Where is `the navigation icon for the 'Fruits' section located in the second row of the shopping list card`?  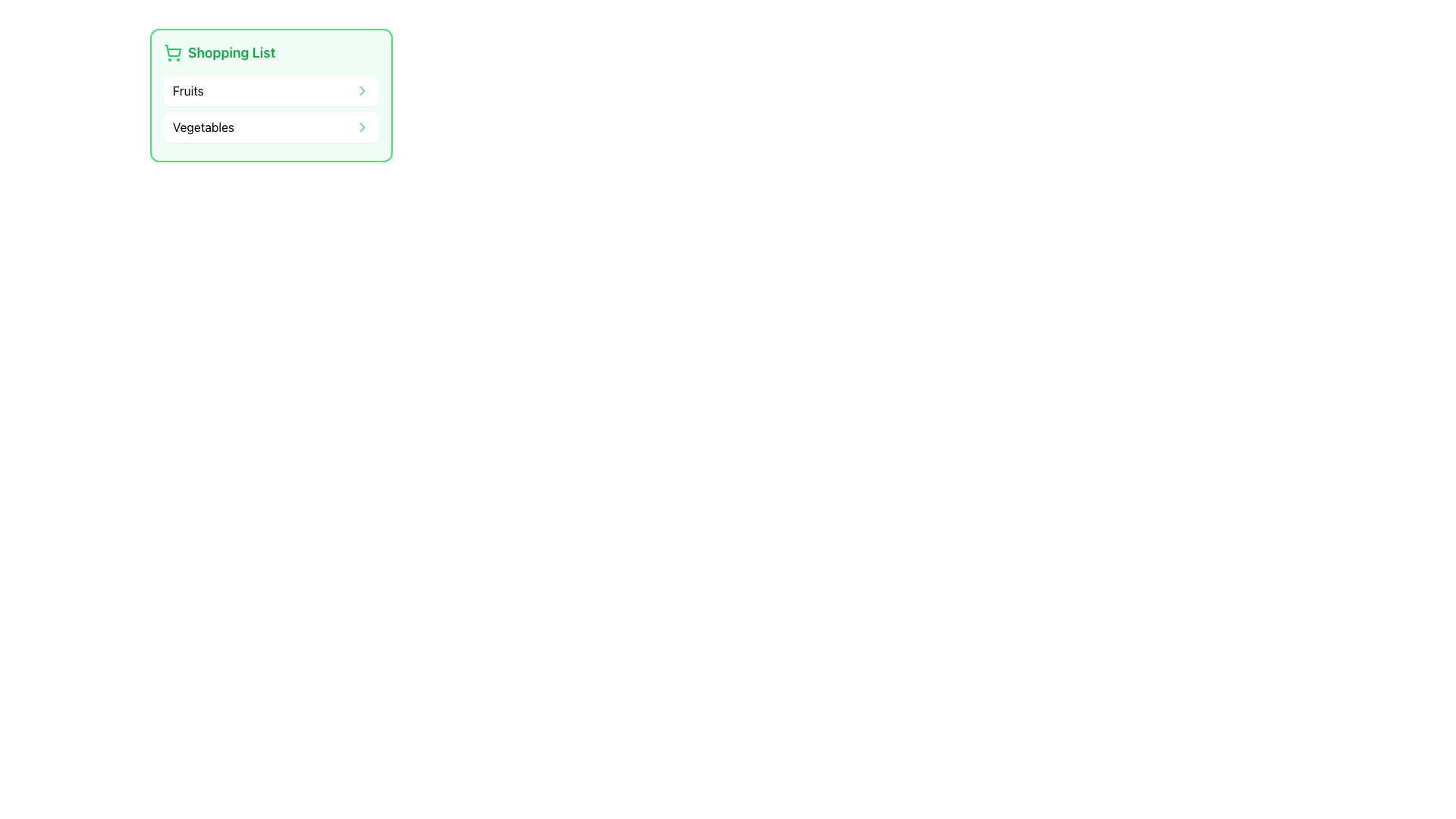
the navigation icon for the 'Fruits' section located in the second row of the shopping list card is located at coordinates (362, 90).